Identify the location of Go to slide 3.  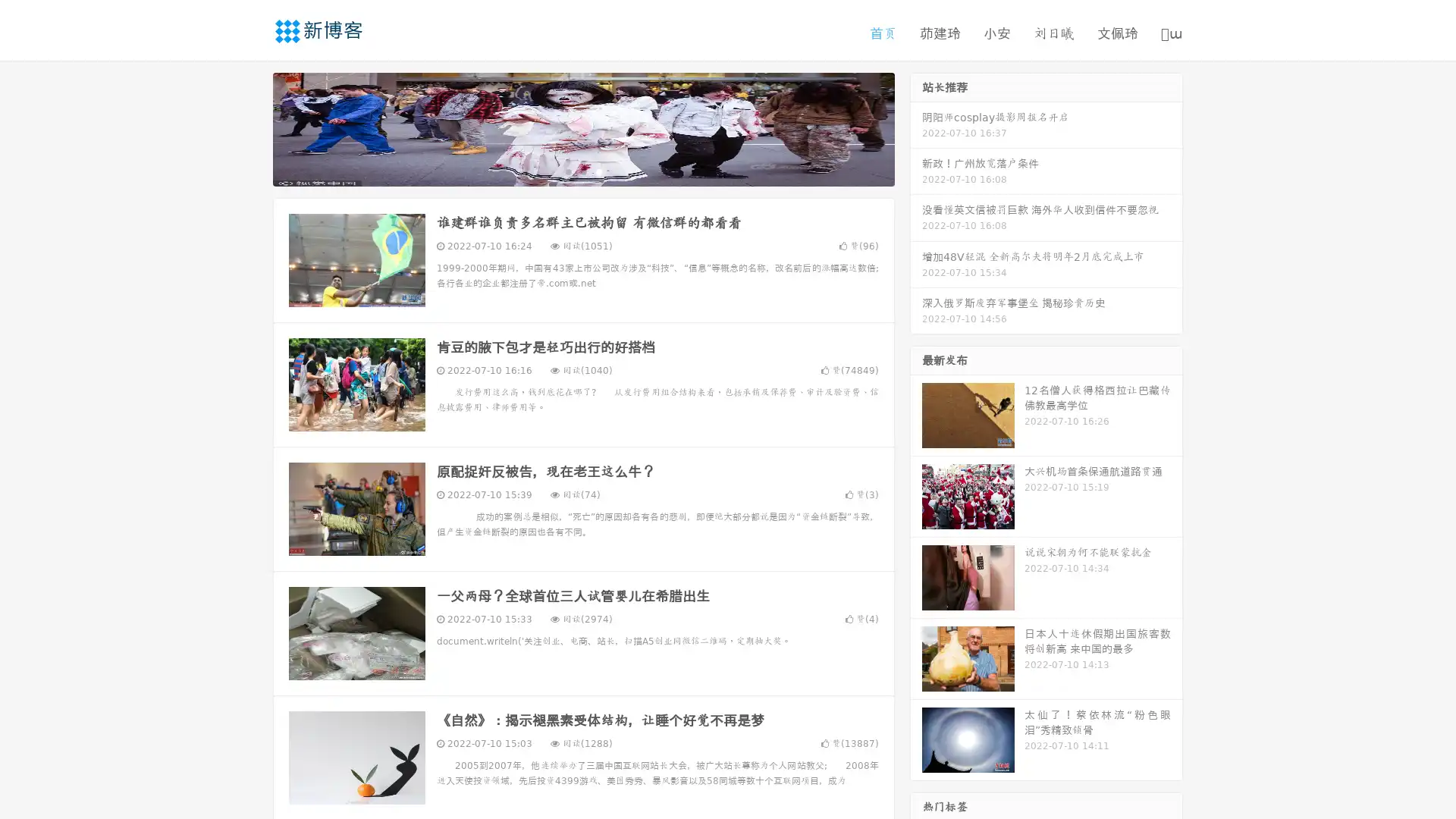
(598, 171).